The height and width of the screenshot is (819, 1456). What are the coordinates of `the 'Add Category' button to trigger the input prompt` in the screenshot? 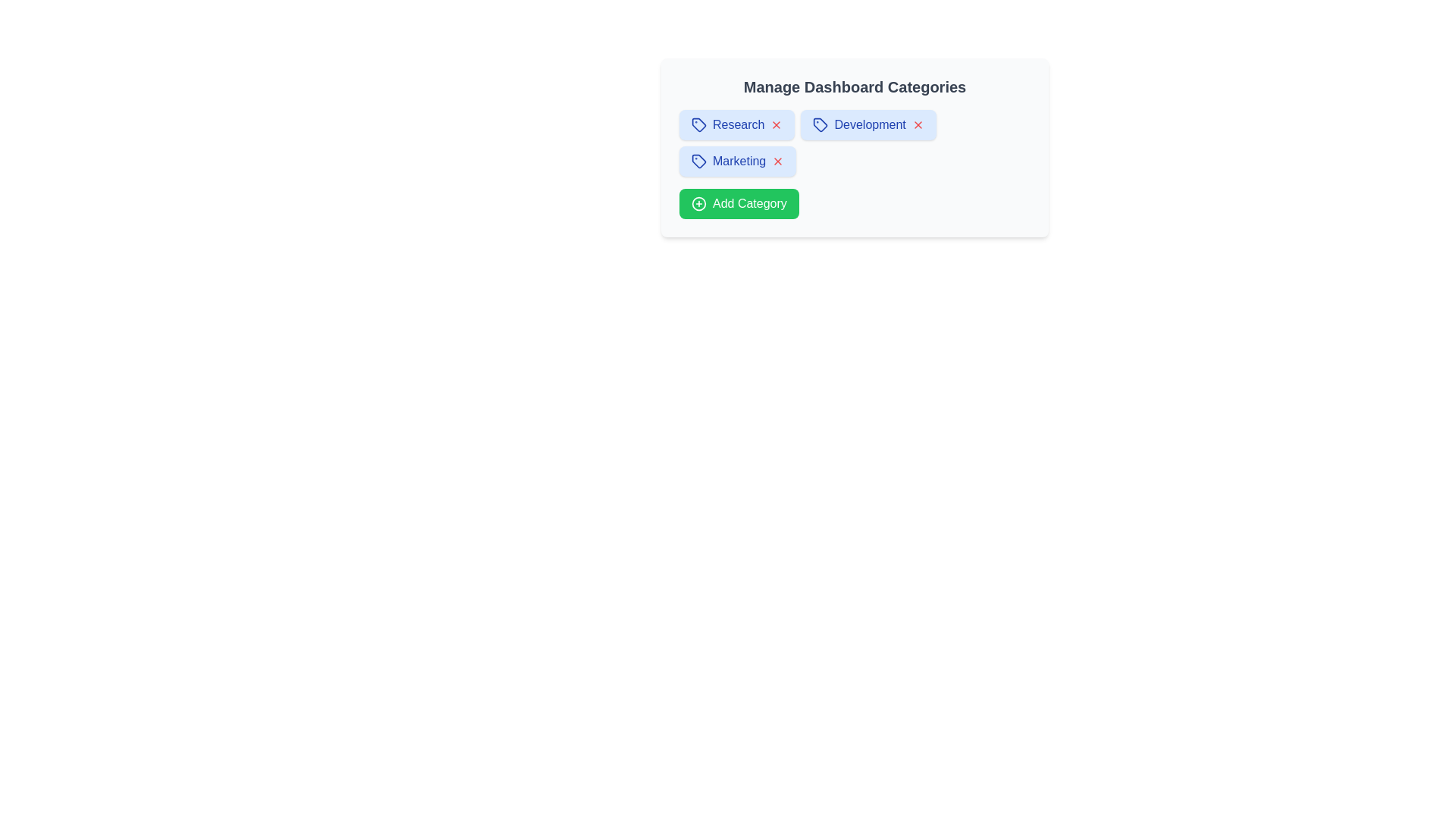 It's located at (739, 203).